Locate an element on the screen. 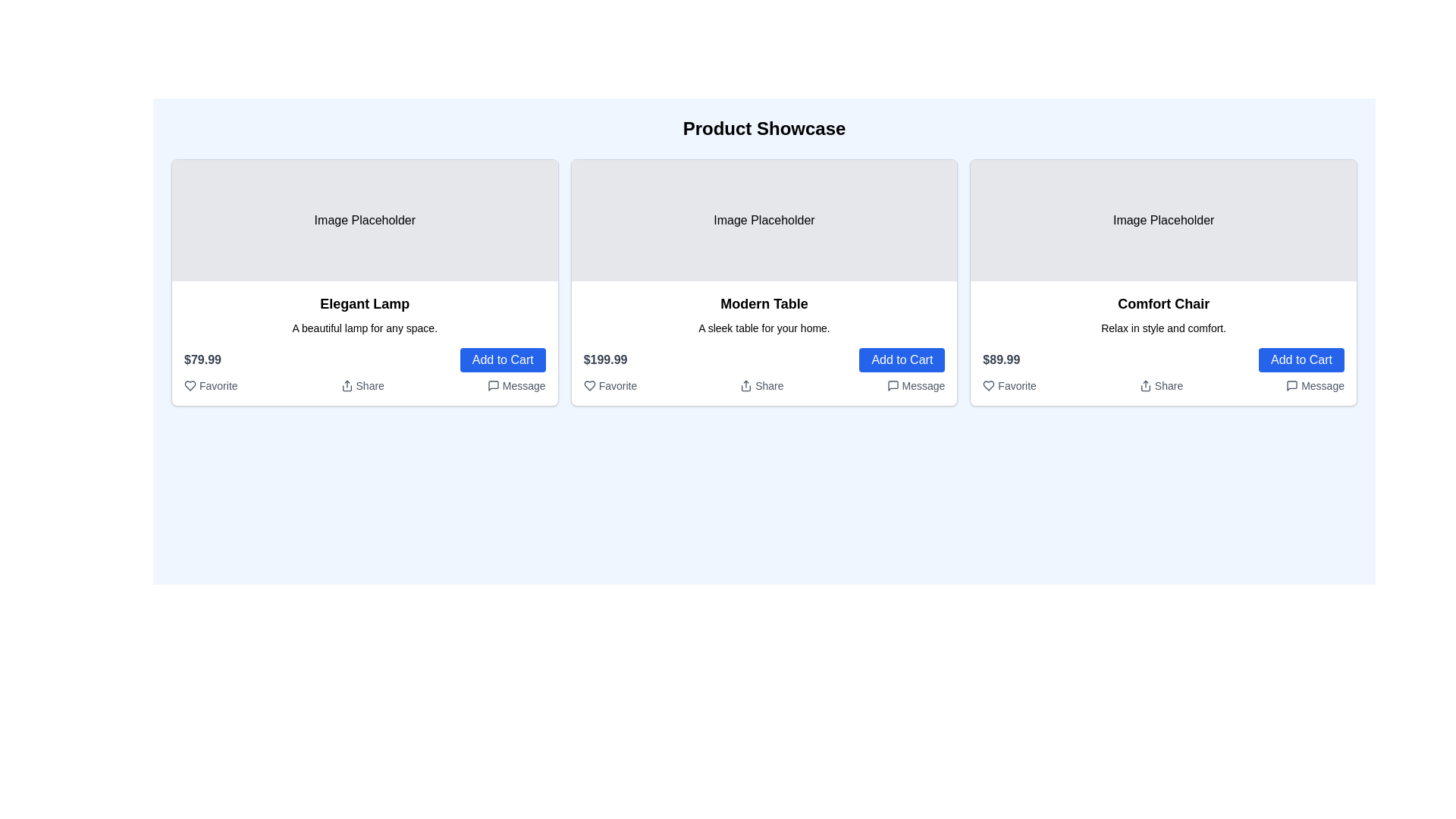 This screenshot has width=1456, height=819. the 'Message' button, a horizontal text label with a speech bubble icon, located at the bottom-right corner of the 'Modern Table' card is located at coordinates (915, 385).